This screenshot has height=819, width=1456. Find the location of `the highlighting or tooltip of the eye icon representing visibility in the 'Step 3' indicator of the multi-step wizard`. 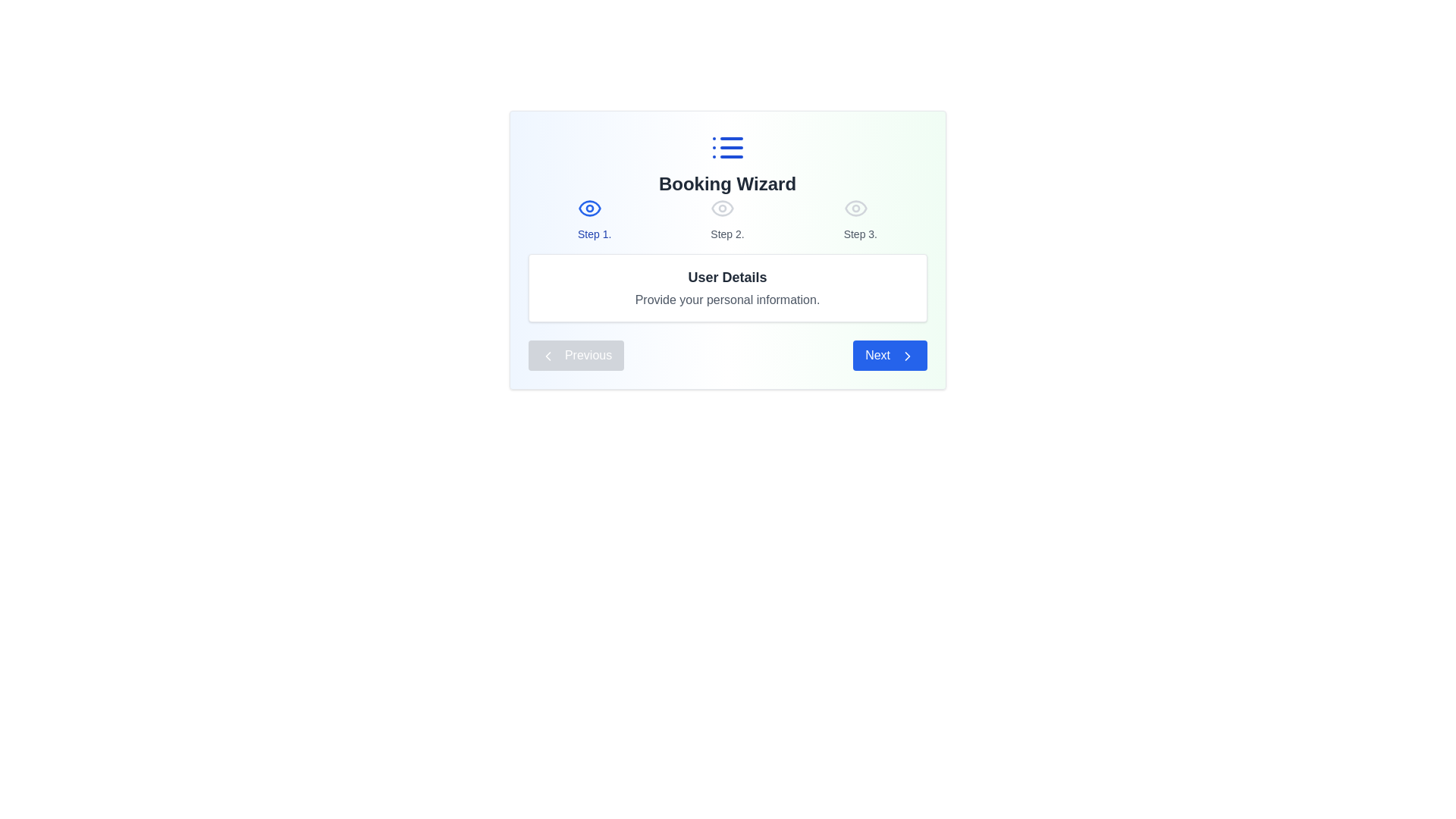

the highlighting or tooltip of the eye icon representing visibility in the 'Step 3' indicator of the multi-step wizard is located at coordinates (855, 208).